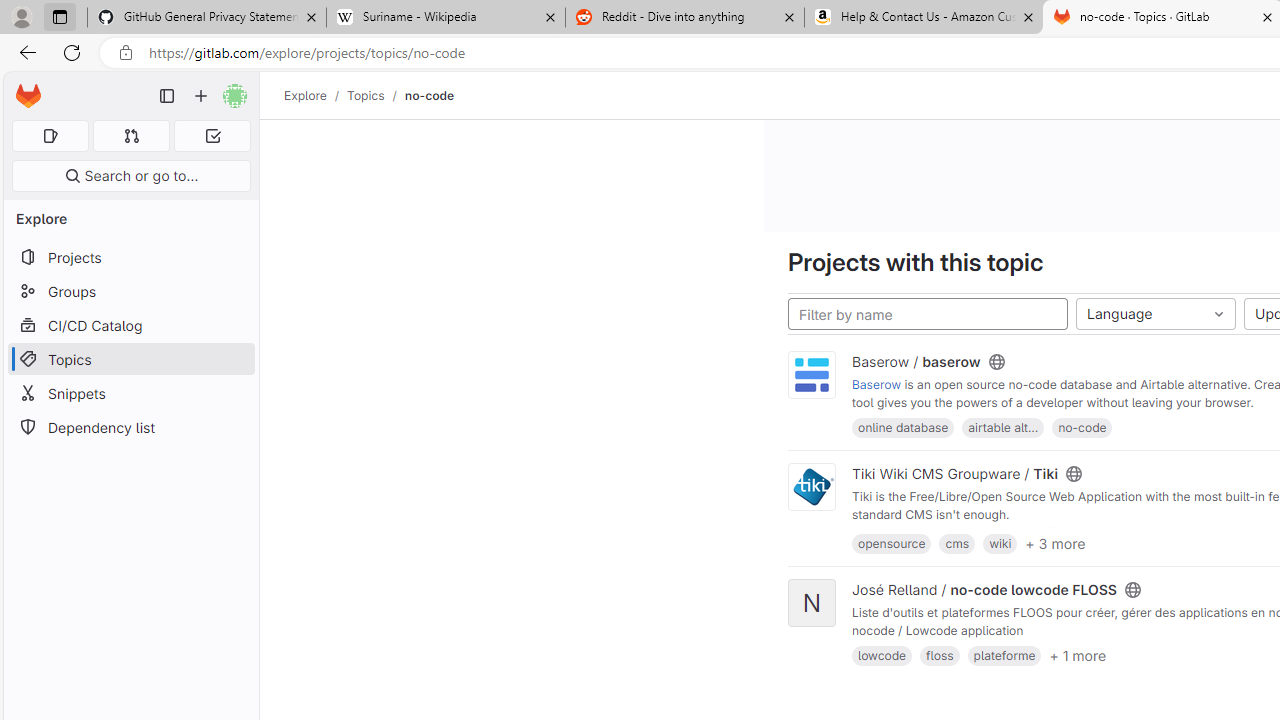  I want to click on 'lowcode', so click(880, 655).